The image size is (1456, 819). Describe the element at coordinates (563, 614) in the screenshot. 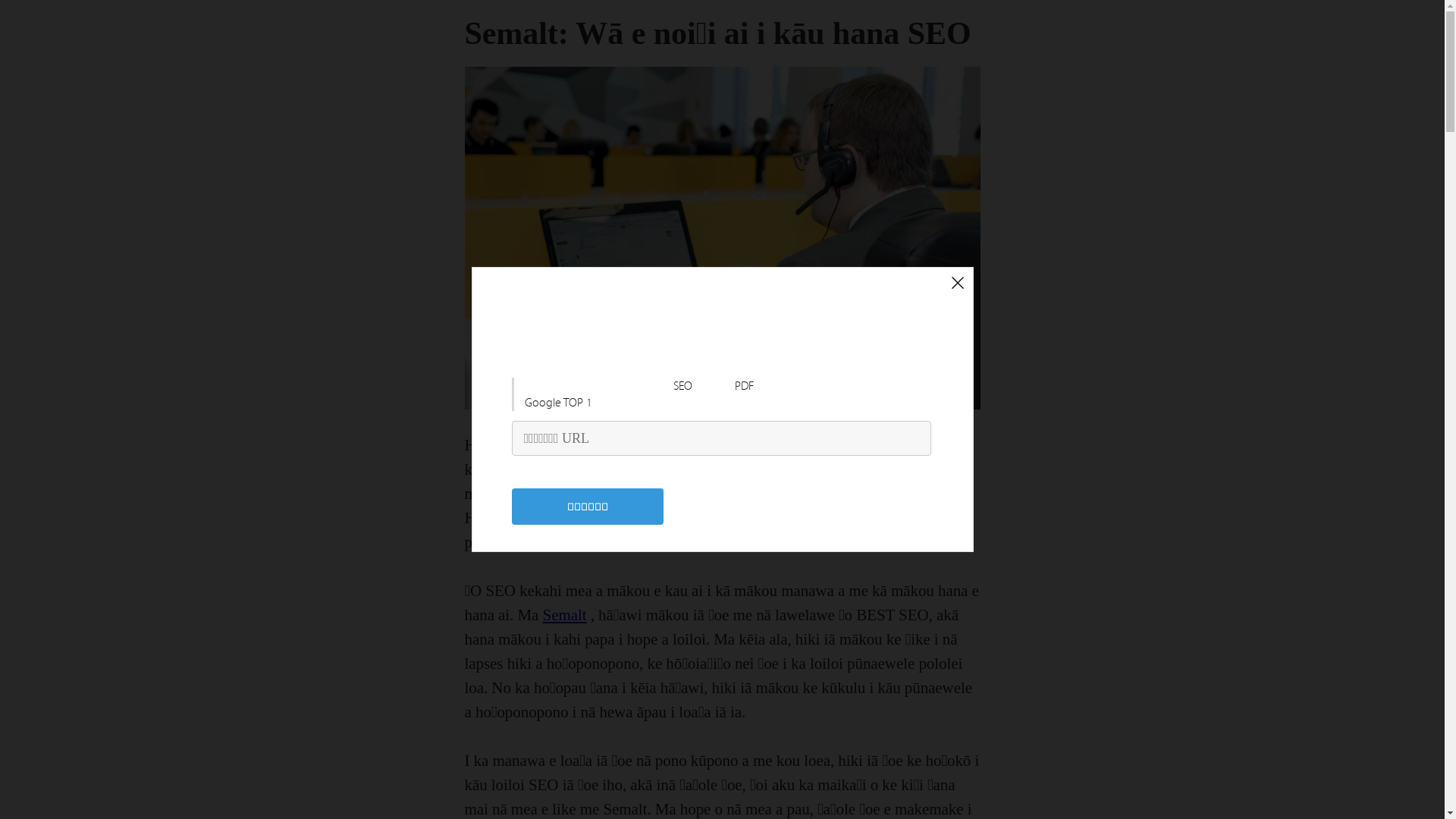

I see `'Semalt'` at that location.